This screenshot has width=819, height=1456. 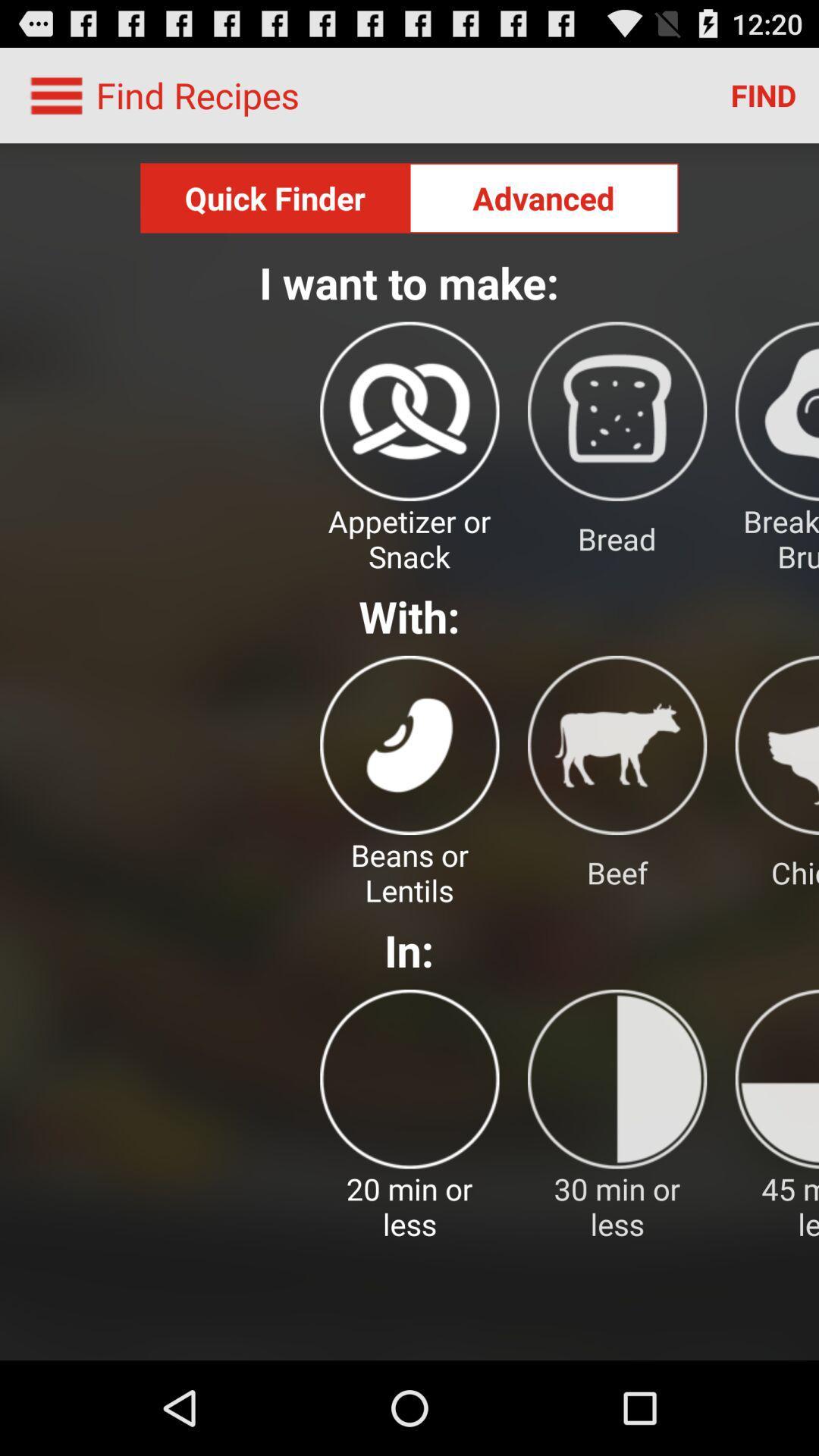 I want to click on the item below the find recipes, so click(x=275, y=197).